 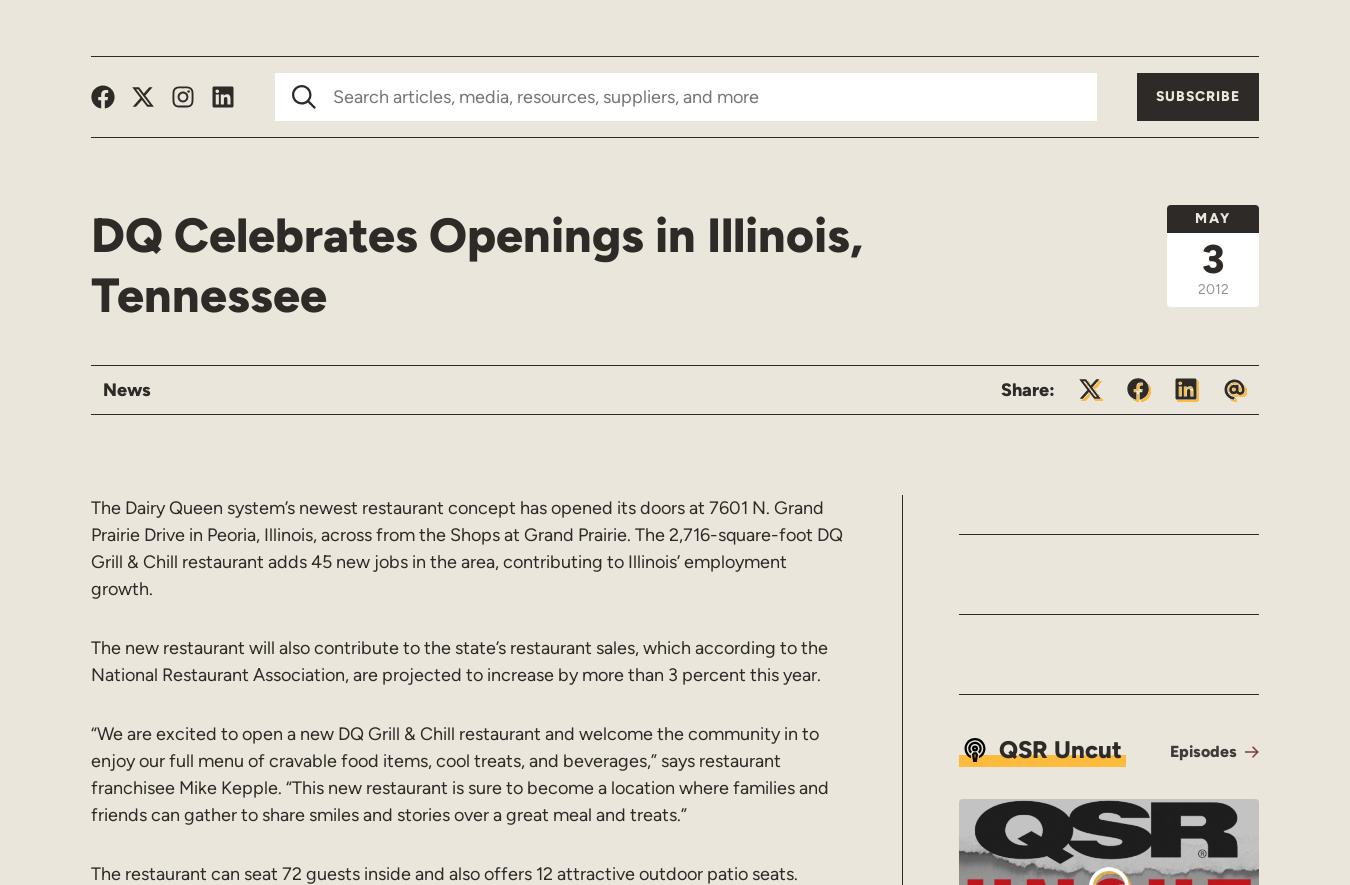 What do you see at coordinates (1218, 27) in the screenshot?
I see `'Resources'` at bounding box center [1218, 27].